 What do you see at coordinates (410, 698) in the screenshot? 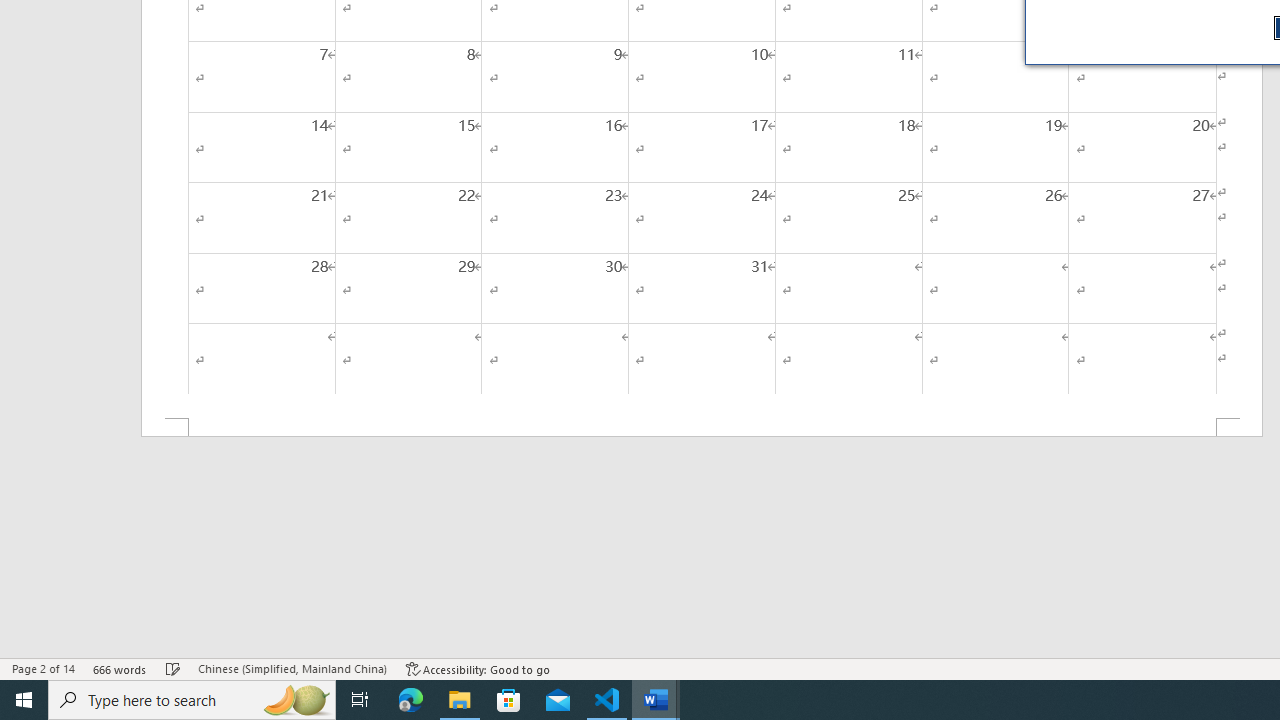
I see `'Microsoft Edge'` at bounding box center [410, 698].